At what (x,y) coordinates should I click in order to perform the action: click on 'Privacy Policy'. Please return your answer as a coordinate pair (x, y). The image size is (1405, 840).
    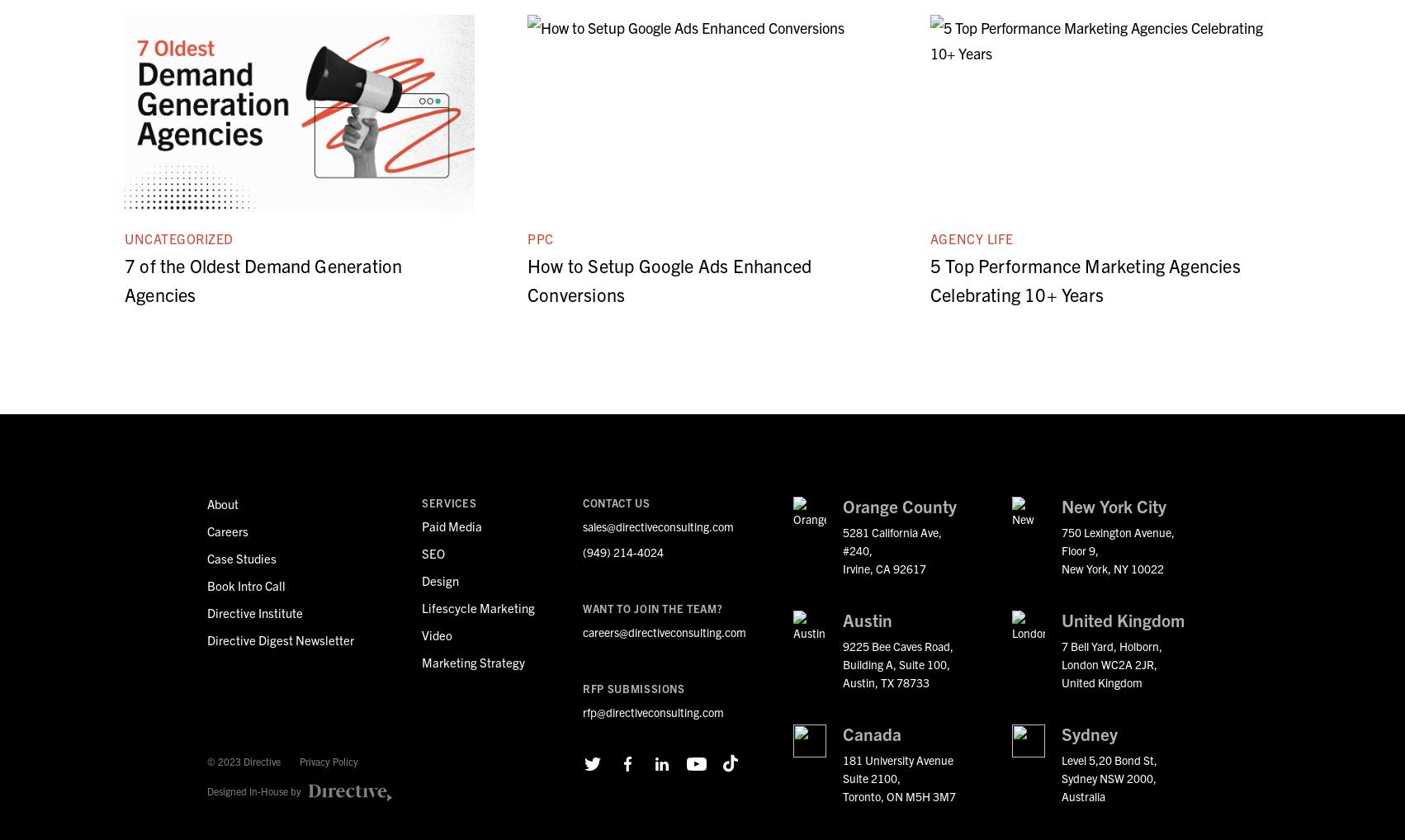
    Looking at the image, I should click on (329, 760).